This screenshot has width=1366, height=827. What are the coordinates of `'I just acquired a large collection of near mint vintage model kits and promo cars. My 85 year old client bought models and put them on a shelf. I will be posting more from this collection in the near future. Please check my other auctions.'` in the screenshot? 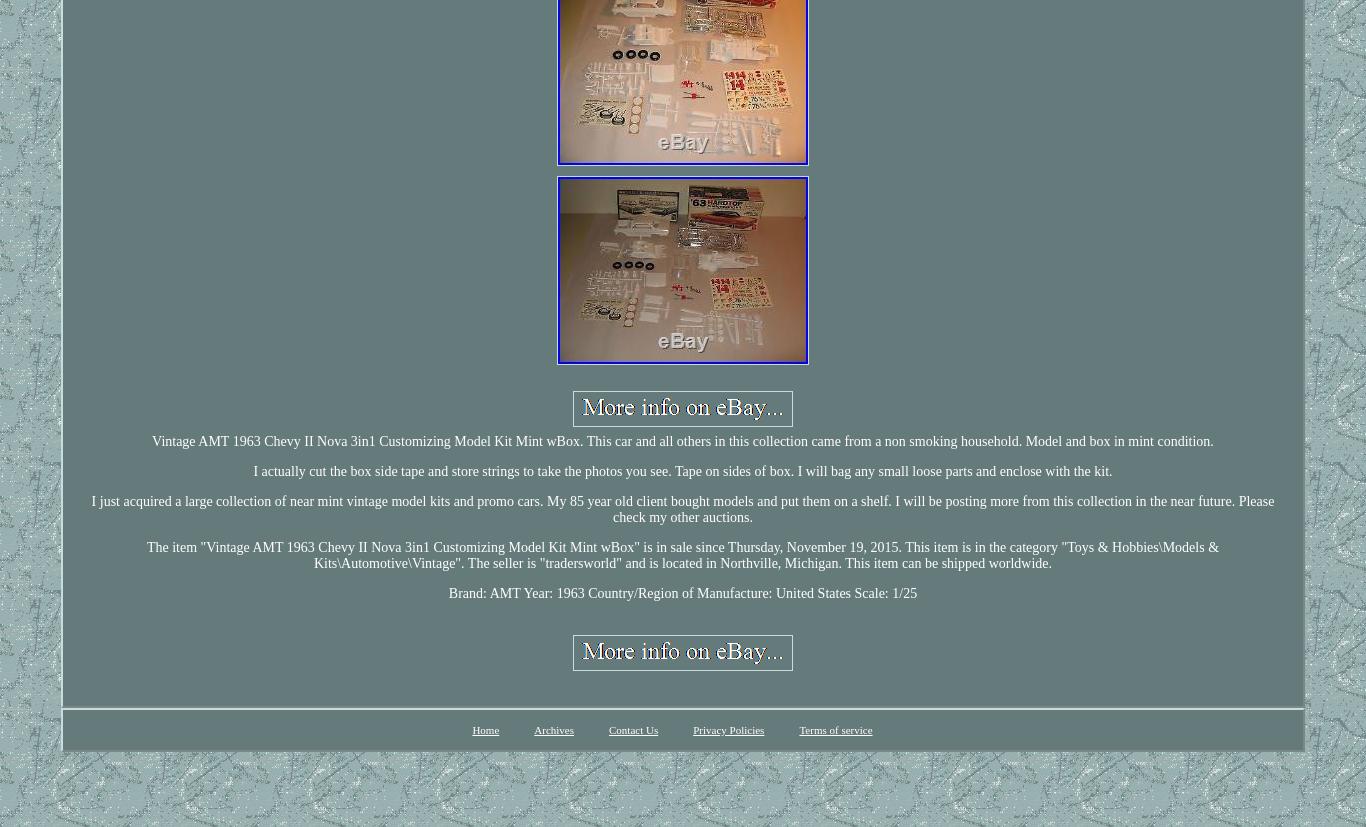 It's located at (90, 507).